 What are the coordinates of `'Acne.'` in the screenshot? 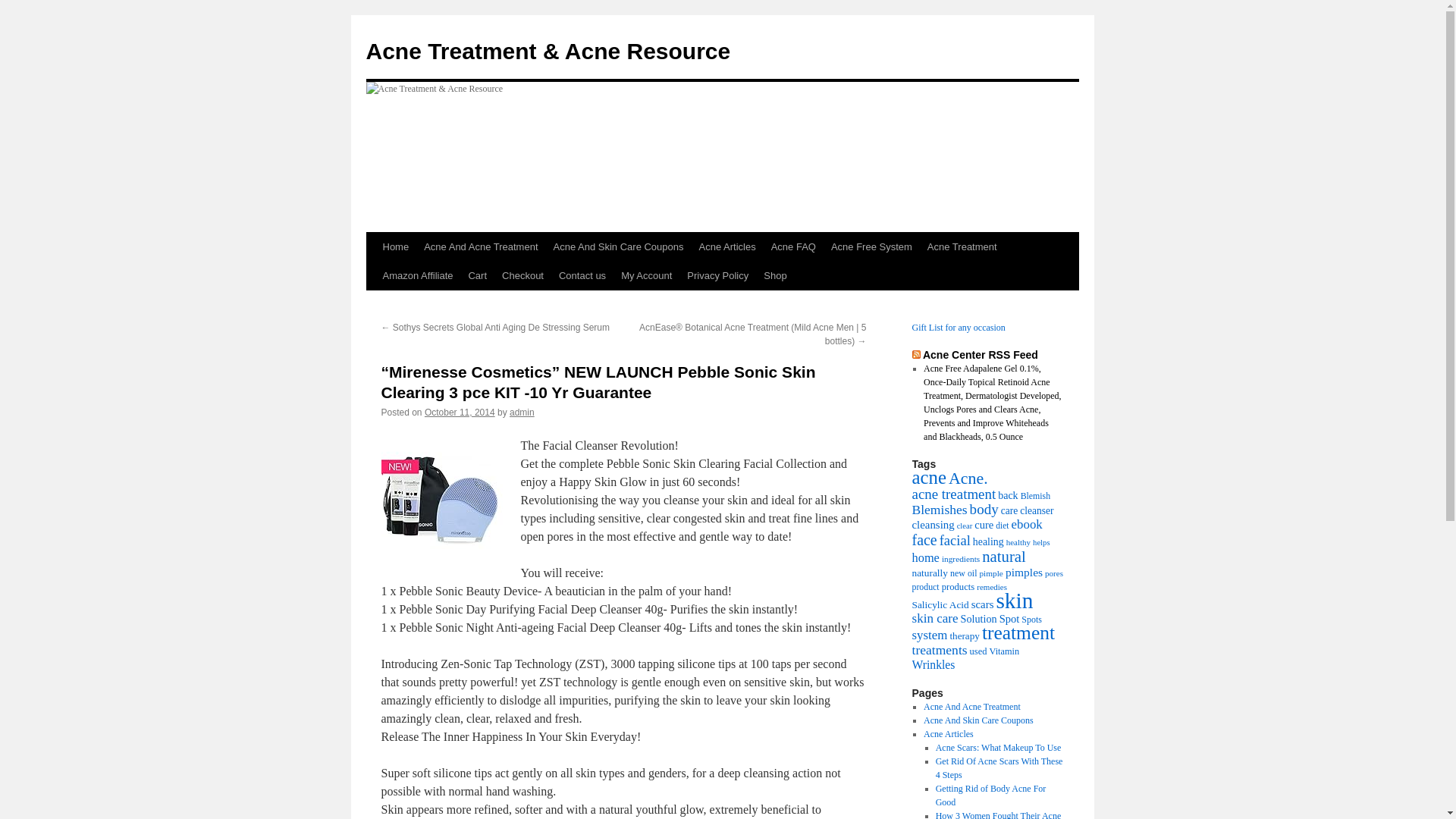 It's located at (967, 478).